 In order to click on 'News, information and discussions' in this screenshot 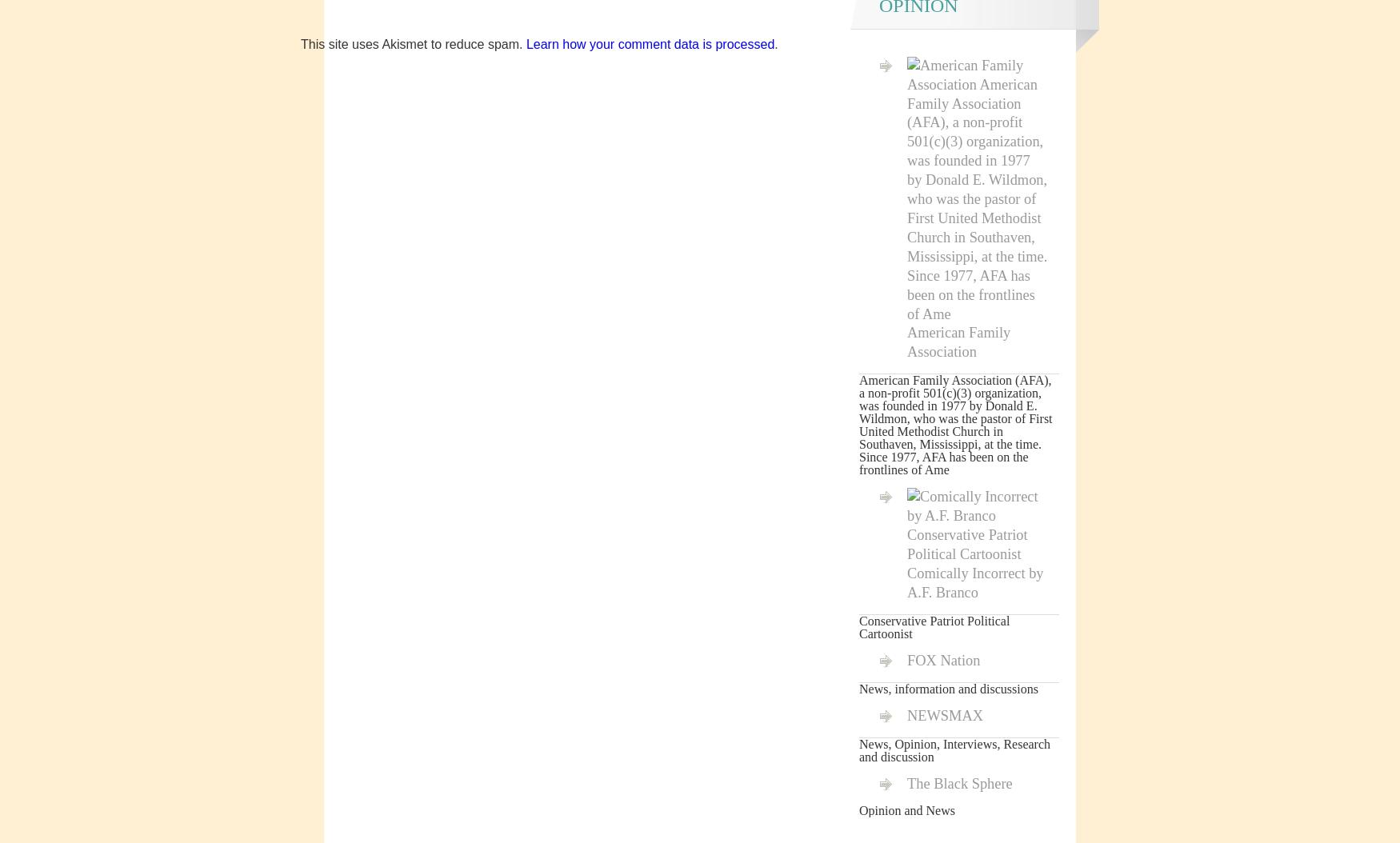, I will do `click(947, 688)`.